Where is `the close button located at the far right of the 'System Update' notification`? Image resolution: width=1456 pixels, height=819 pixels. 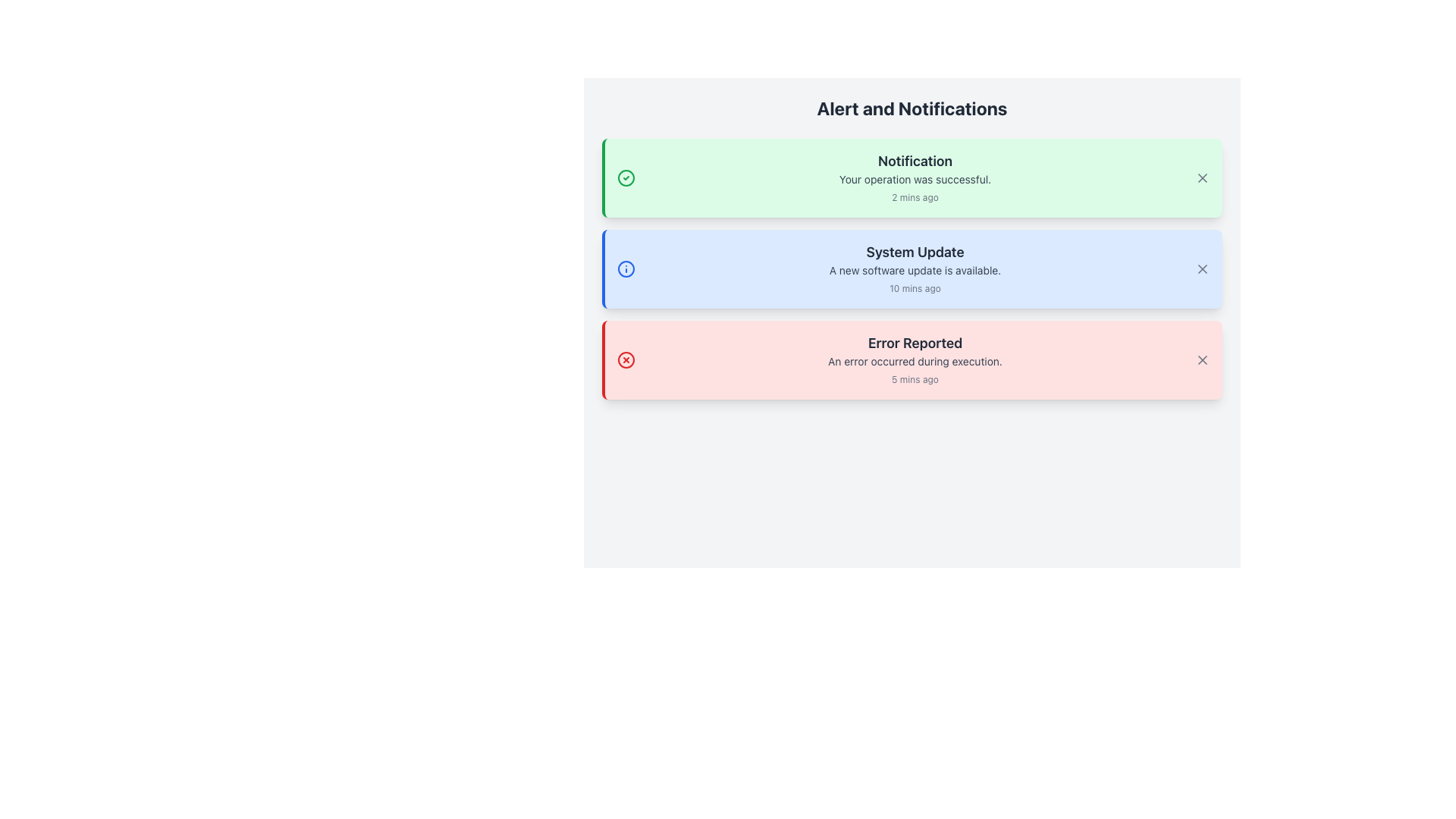 the close button located at the far right of the 'System Update' notification is located at coordinates (1201, 268).